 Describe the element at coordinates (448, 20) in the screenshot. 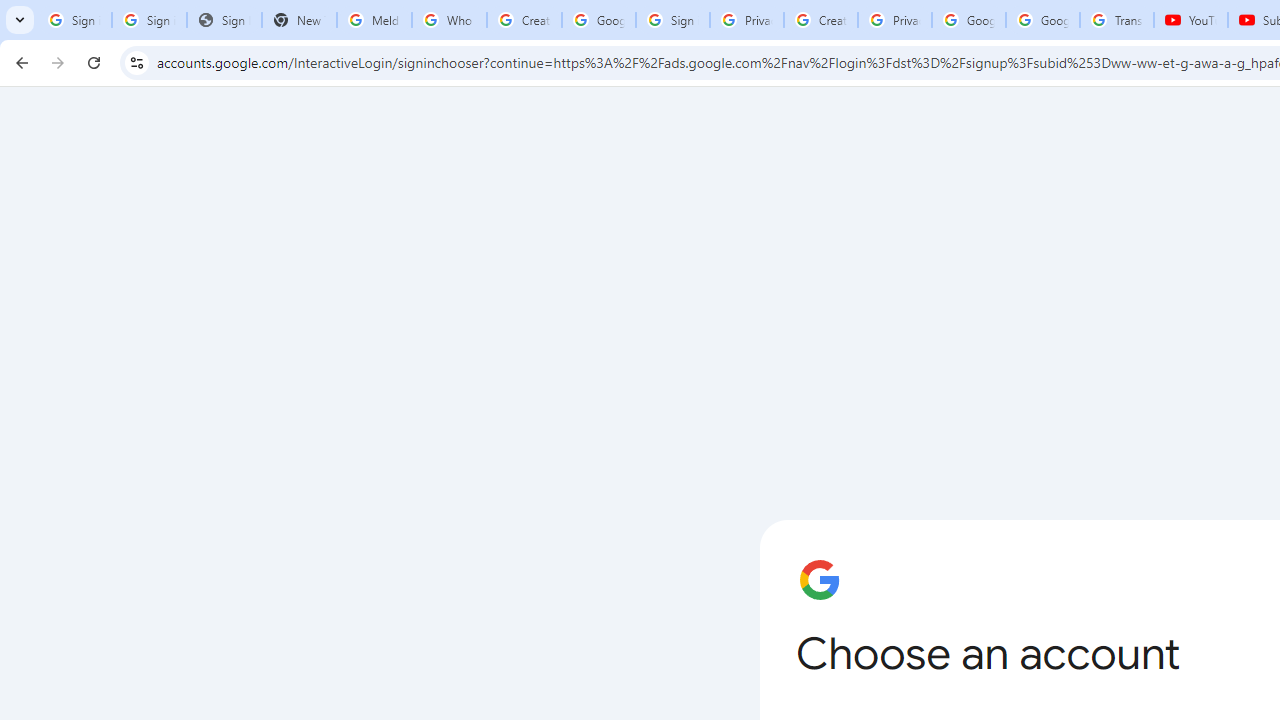

I see `'Who is my administrator? - Google Account Help'` at that location.